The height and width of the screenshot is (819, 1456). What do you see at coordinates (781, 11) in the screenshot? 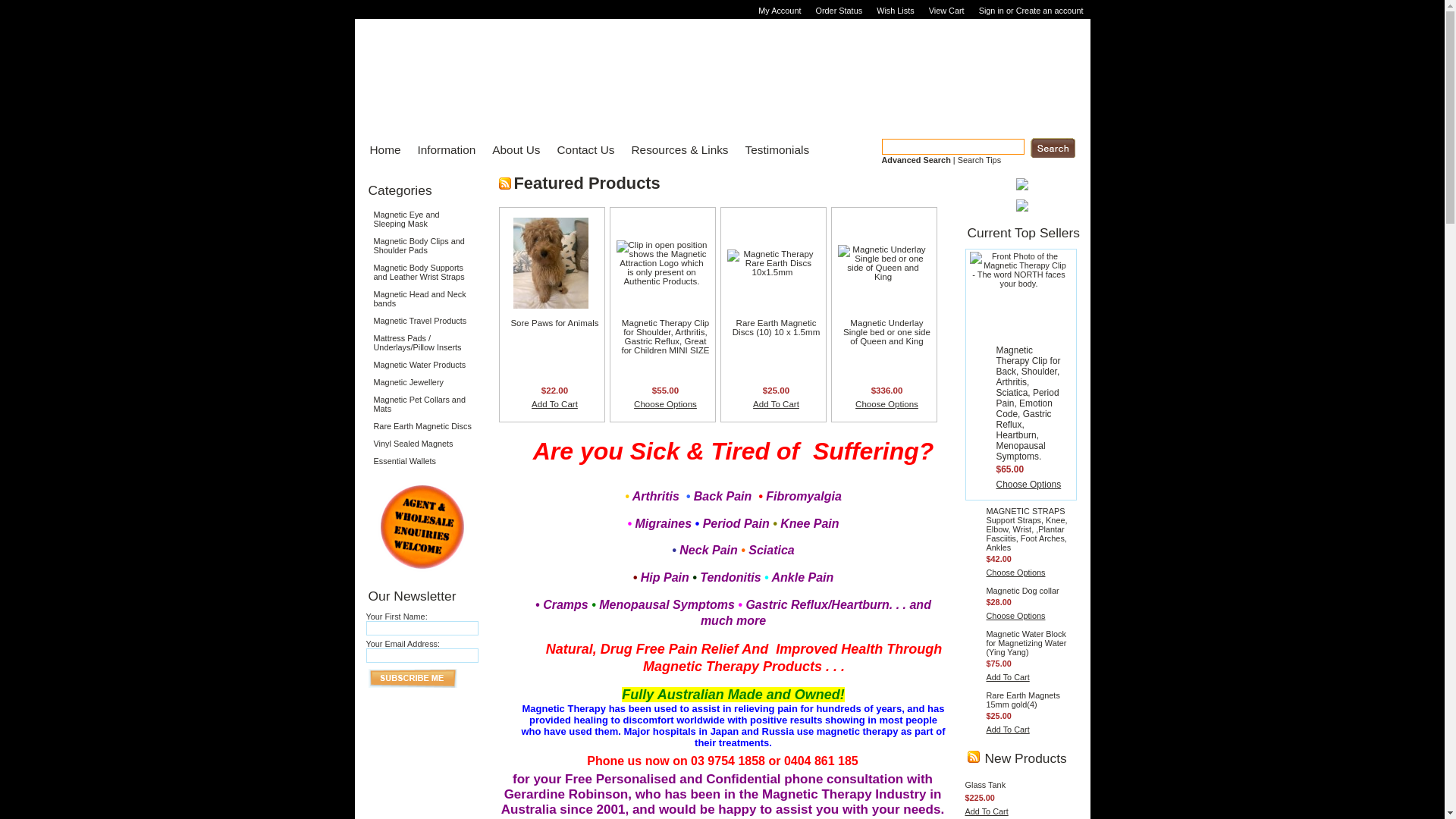
I see `'My Account'` at bounding box center [781, 11].